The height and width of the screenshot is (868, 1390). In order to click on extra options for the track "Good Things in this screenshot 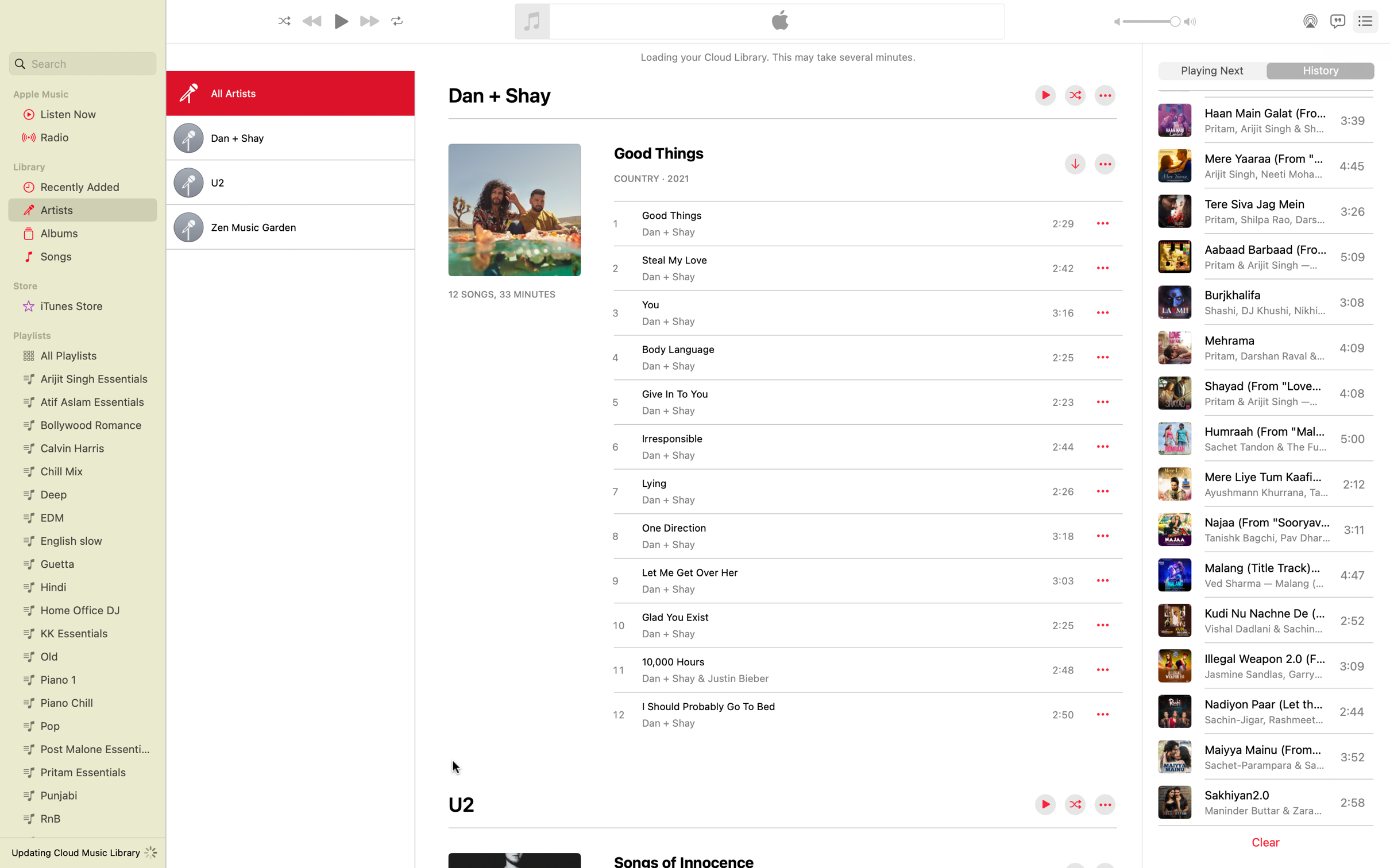, I will do `click(1102, 222)`.